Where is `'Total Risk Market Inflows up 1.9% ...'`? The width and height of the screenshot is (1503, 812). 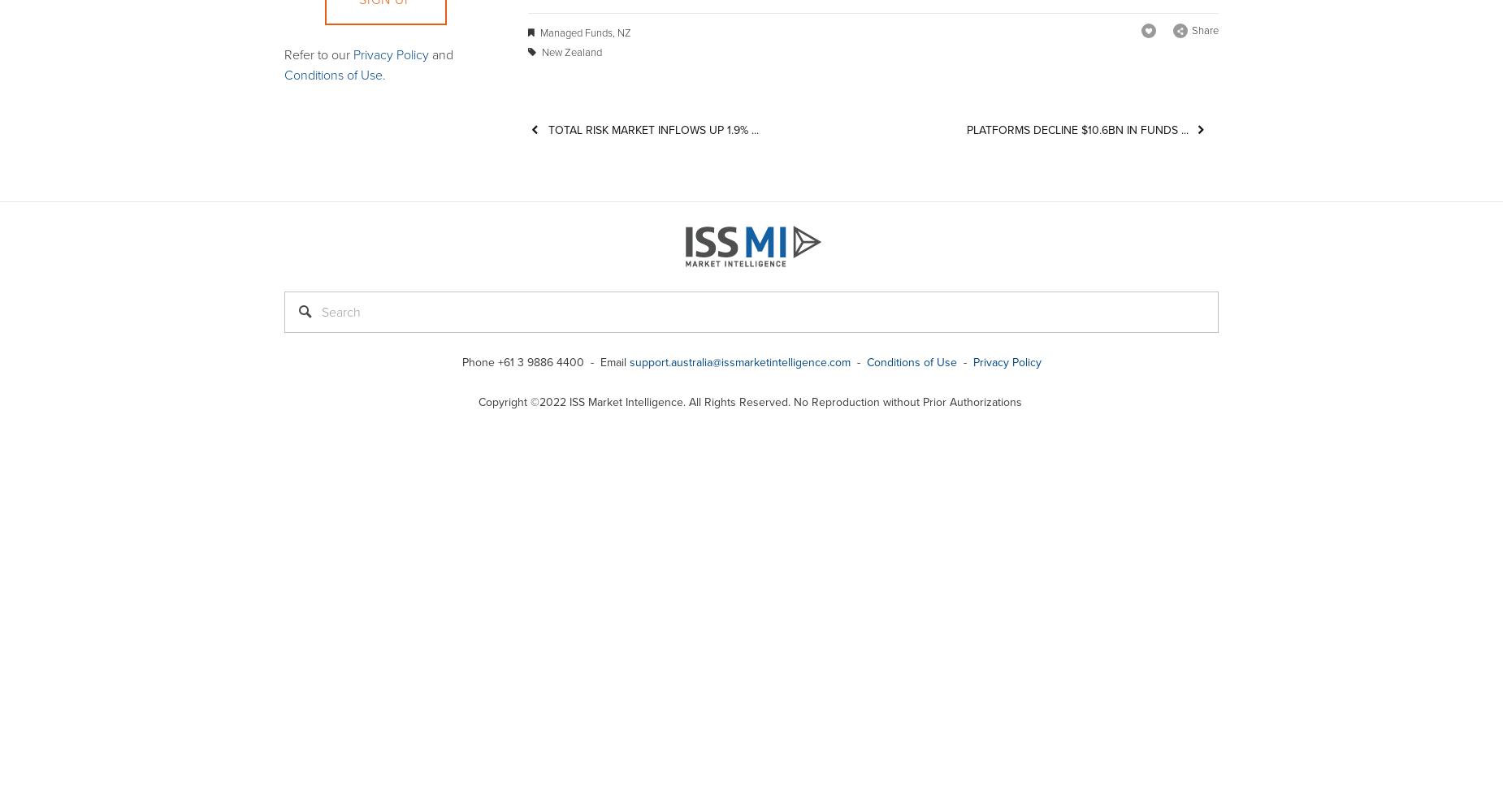
'Total Risk Market Inflows up 1.9% ...' is located at coordinates (652, 129).